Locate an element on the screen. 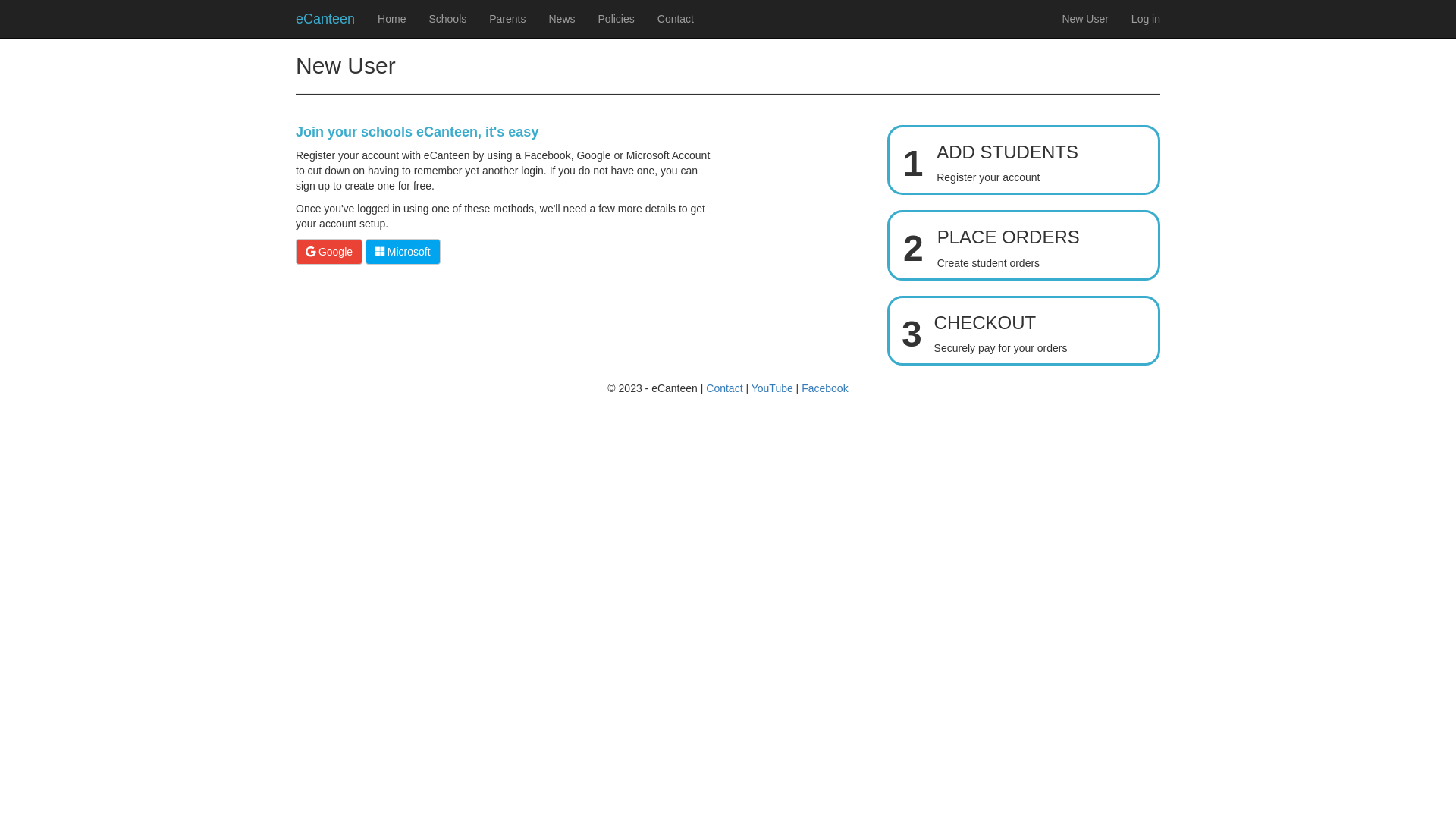 The height and width of the screenshot is (819, 1456). 'Microsoft' is located at coordinates (403, 250).